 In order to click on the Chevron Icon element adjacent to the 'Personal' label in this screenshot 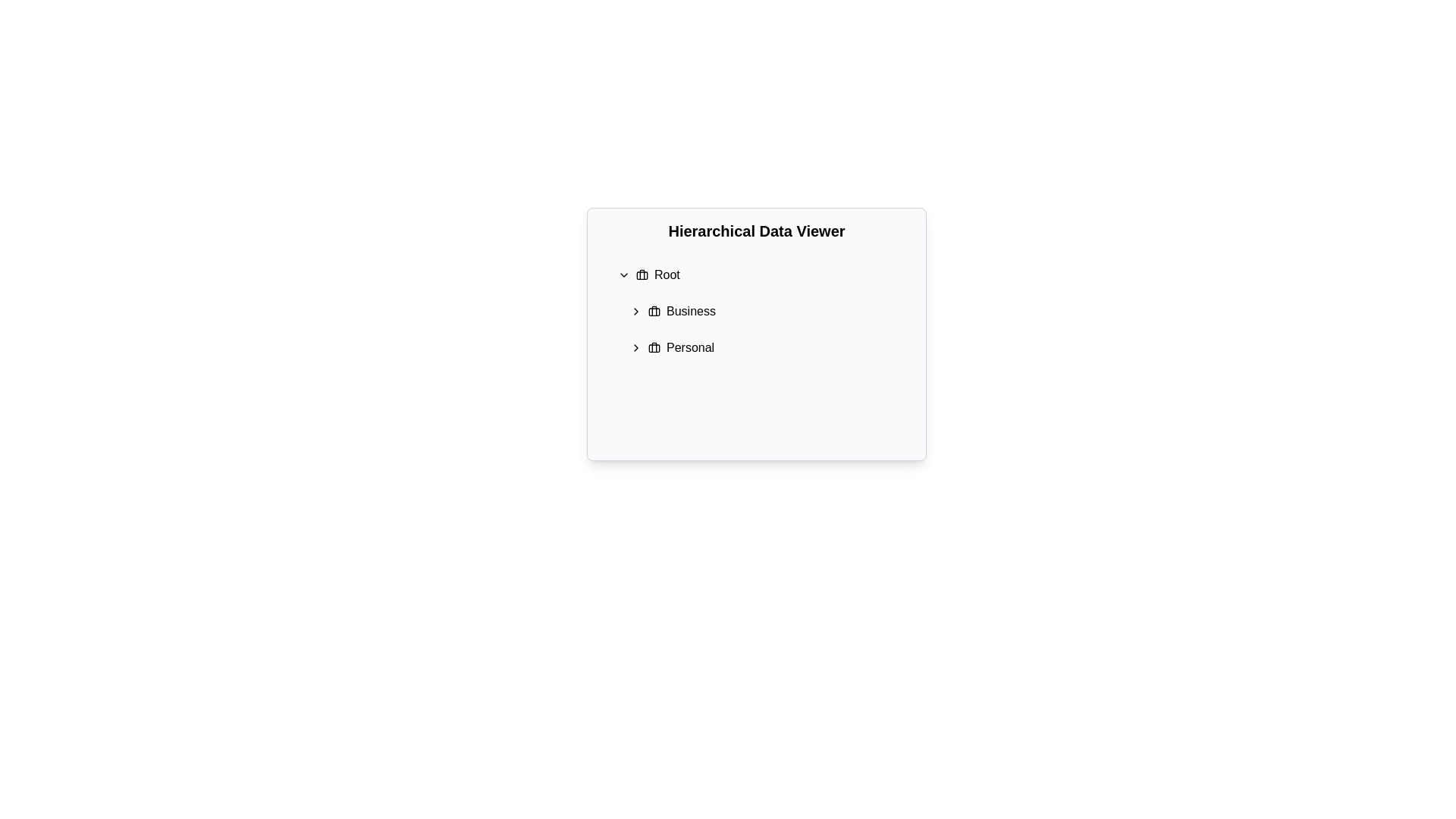, I will do `click(636, 348)`.